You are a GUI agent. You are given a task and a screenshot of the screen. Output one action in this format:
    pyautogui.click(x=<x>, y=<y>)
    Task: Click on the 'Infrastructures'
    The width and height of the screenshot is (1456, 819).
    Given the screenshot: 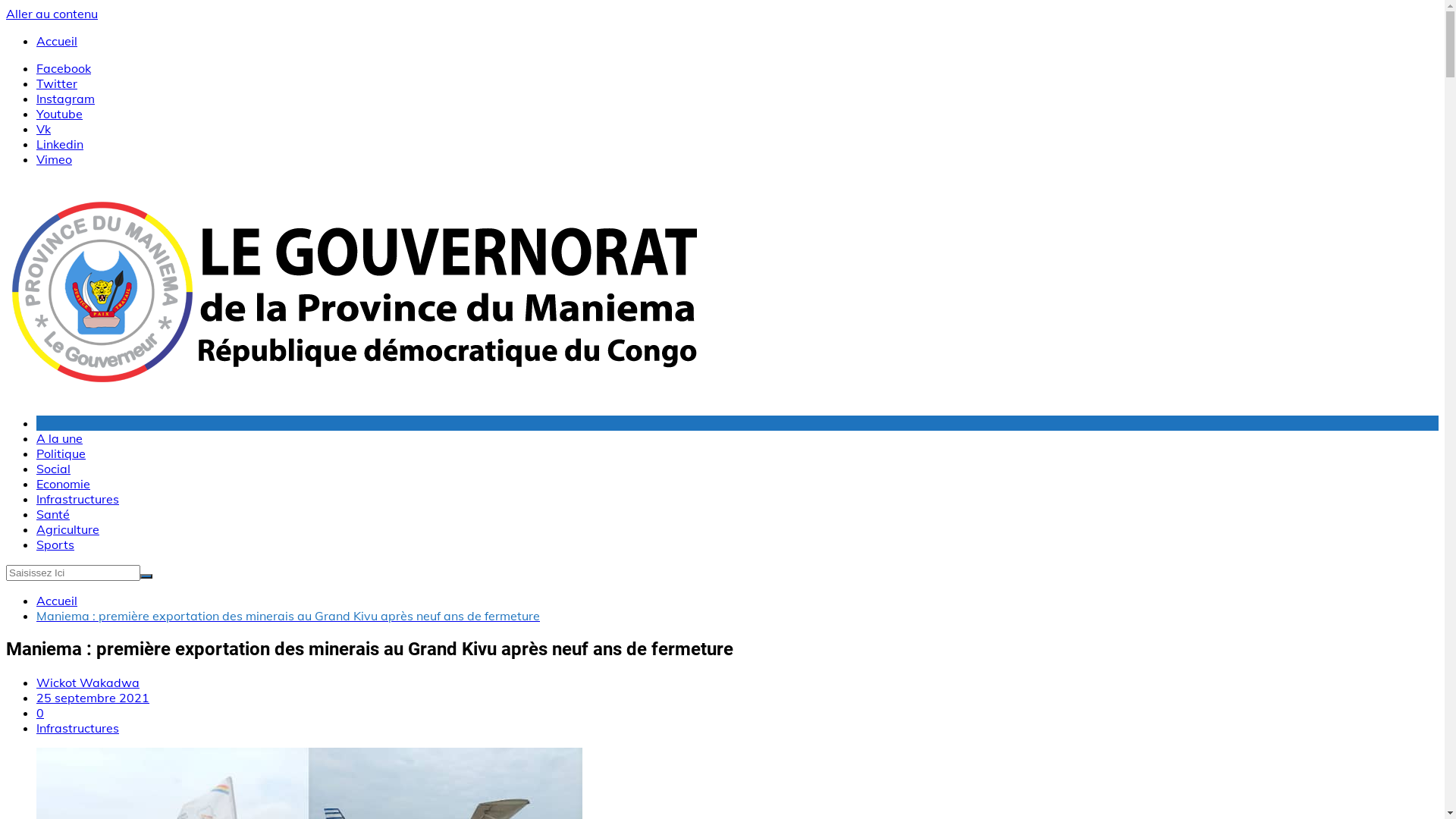 What is the action you would take?
    pyautogui.click(x=77, y=499)
    